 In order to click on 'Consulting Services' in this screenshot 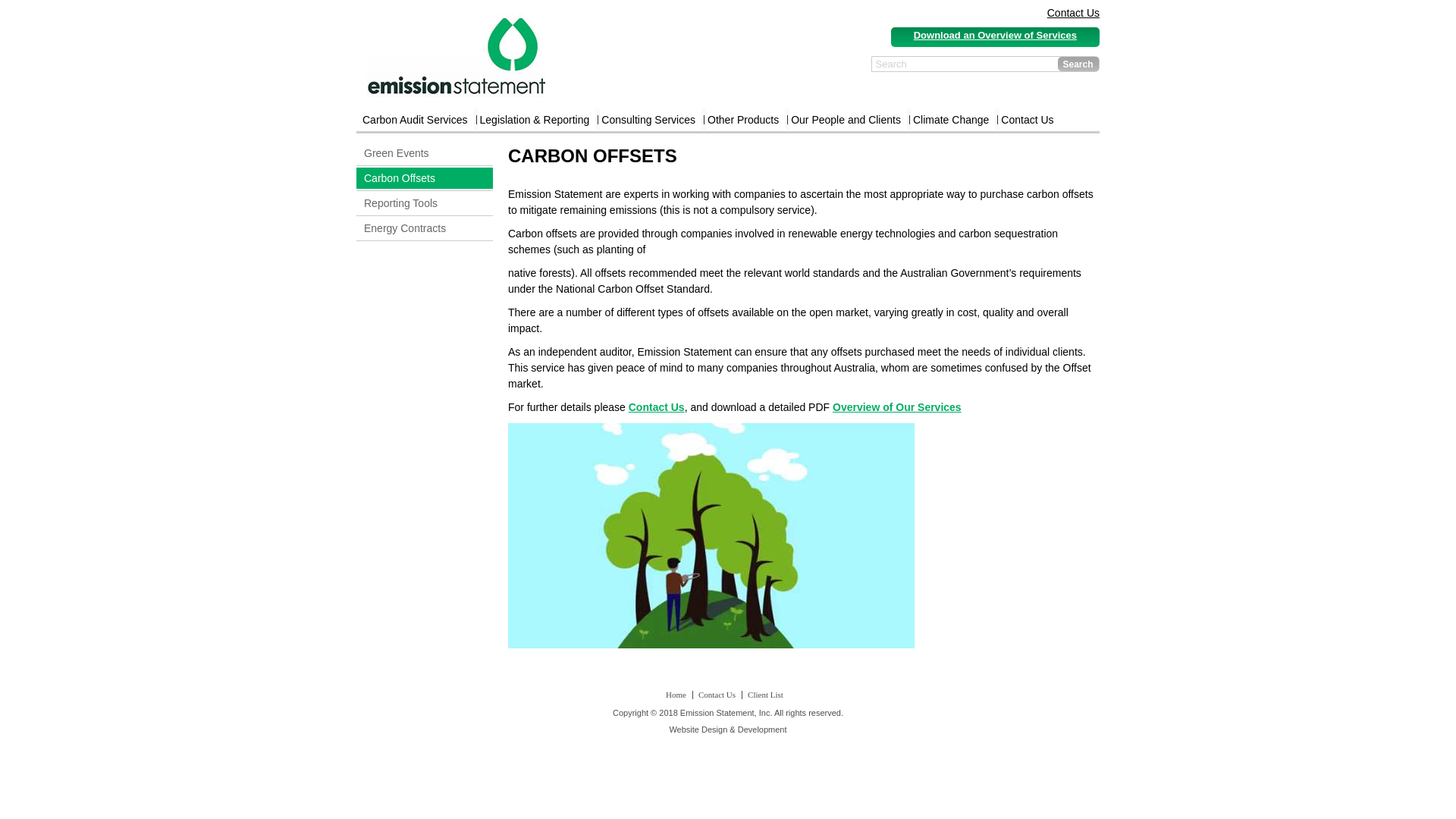, I will do `click(648, 119)`.